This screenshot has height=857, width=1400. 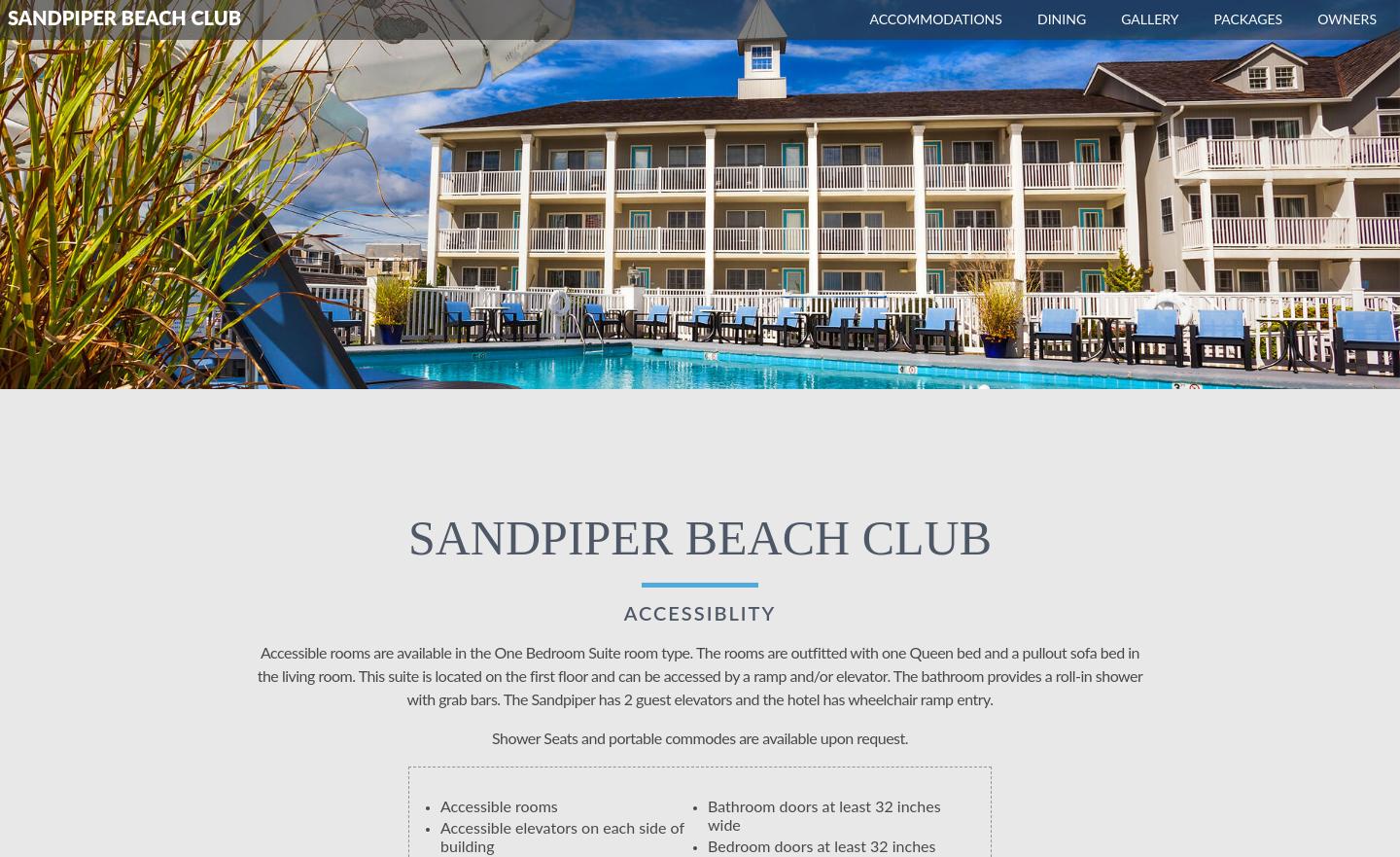 What do you see at coordinates (934, 18) in the screenshot?
I see `'Accommodations'` at bounding box center [934, 18].